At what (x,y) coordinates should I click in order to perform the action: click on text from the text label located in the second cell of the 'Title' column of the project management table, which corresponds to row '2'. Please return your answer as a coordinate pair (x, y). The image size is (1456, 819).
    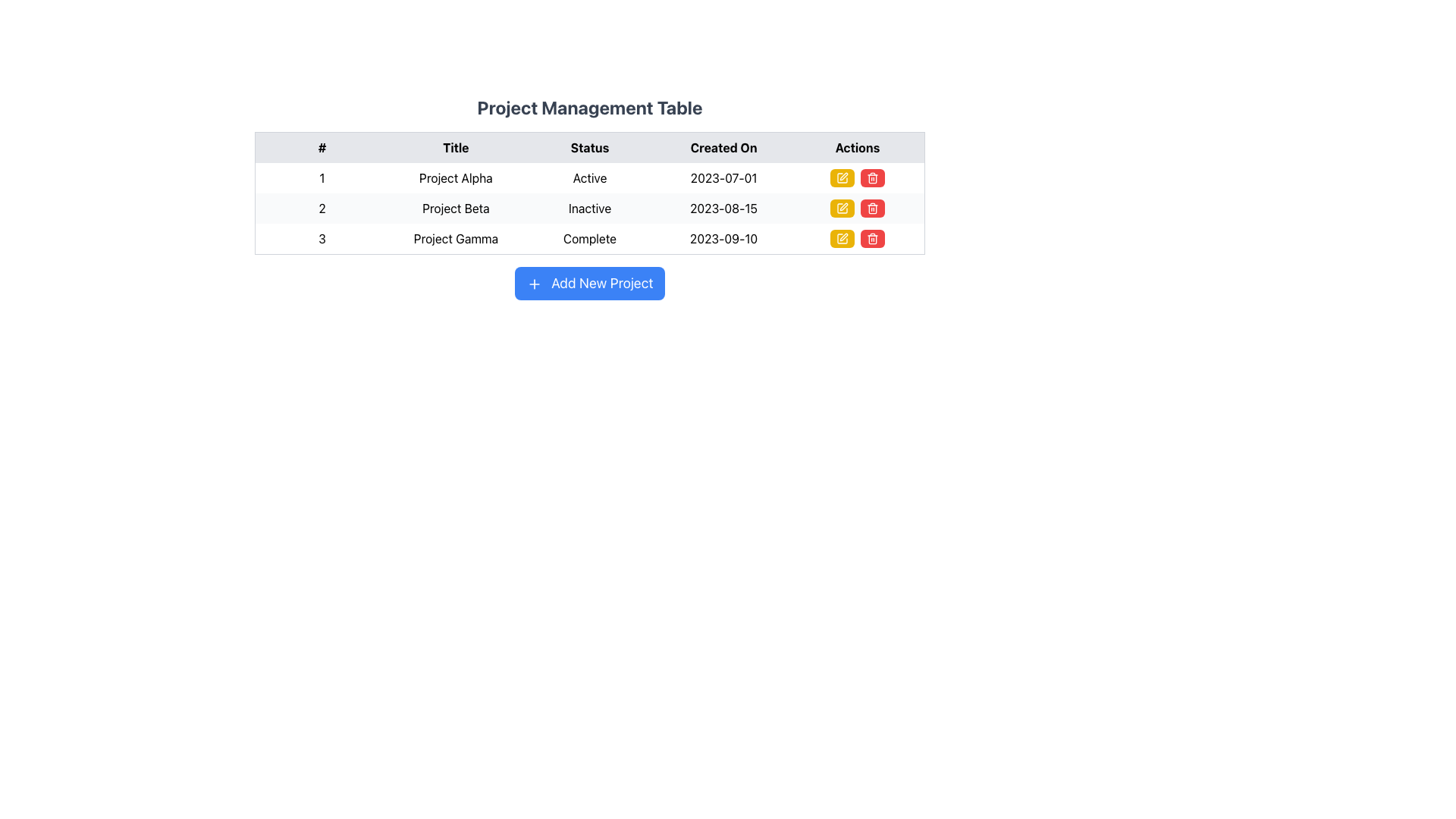
    Looking at the image, I should click on (455, 208).